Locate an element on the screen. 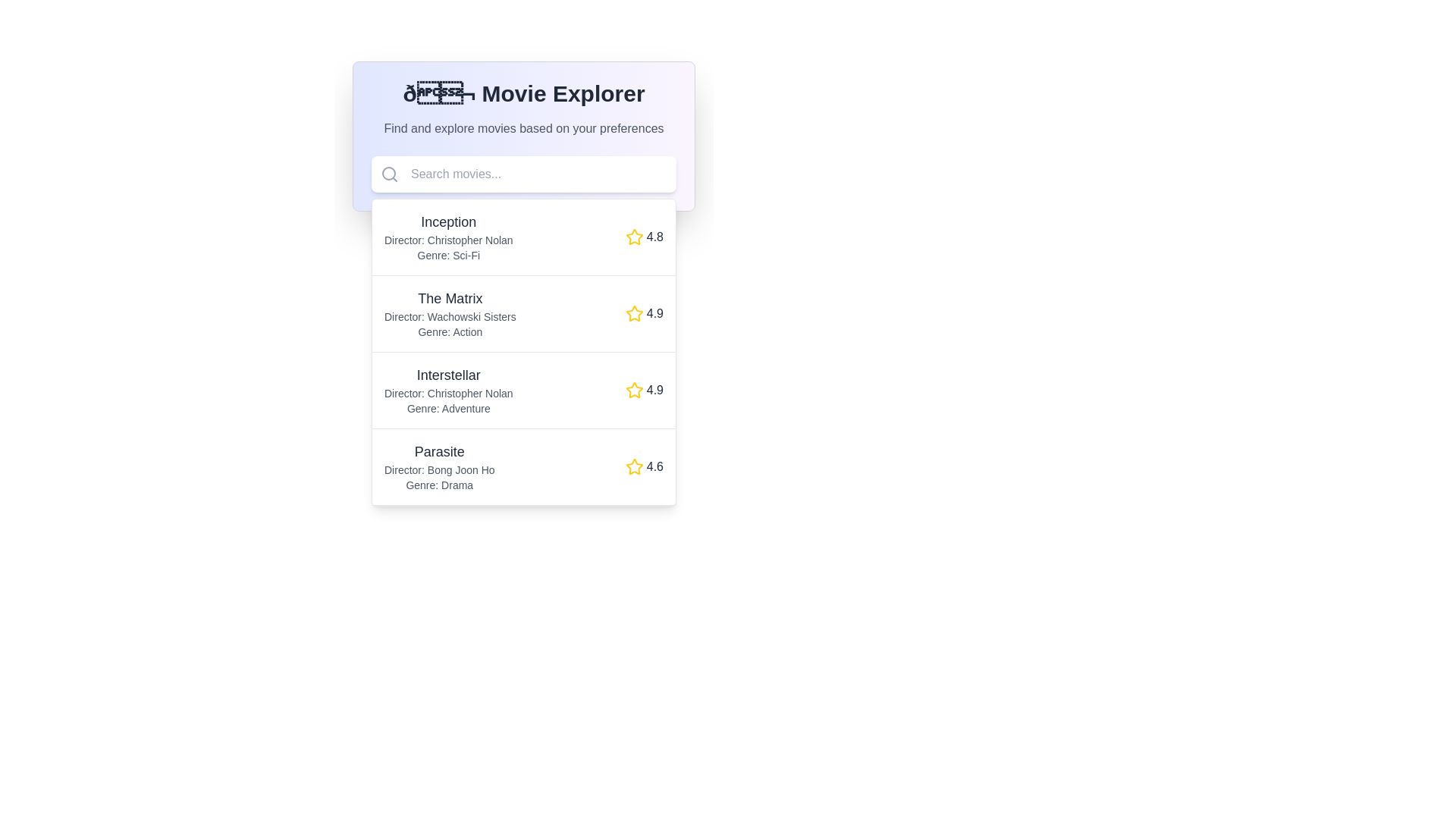 Image resolution: width=1456 pixels, height=819 pixels. the text display element that shows the movie title 'Inception', which is the first item in the Movie Explorer list is located at coordinates (447, 222).